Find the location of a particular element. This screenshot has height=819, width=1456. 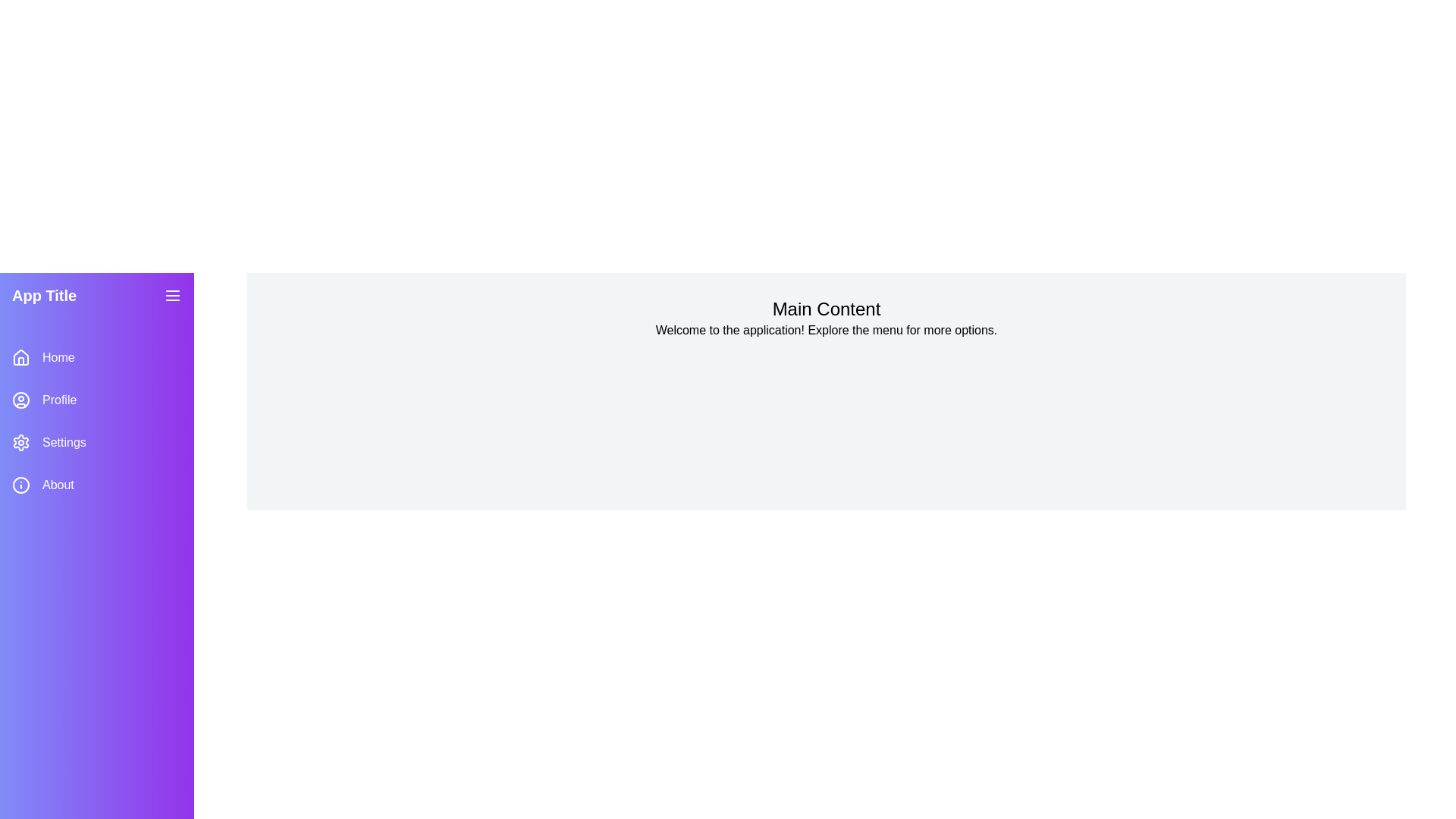

the sidebar menu item labeled Profile to navigate to the corresponding section is located at coordinates (96, 400).